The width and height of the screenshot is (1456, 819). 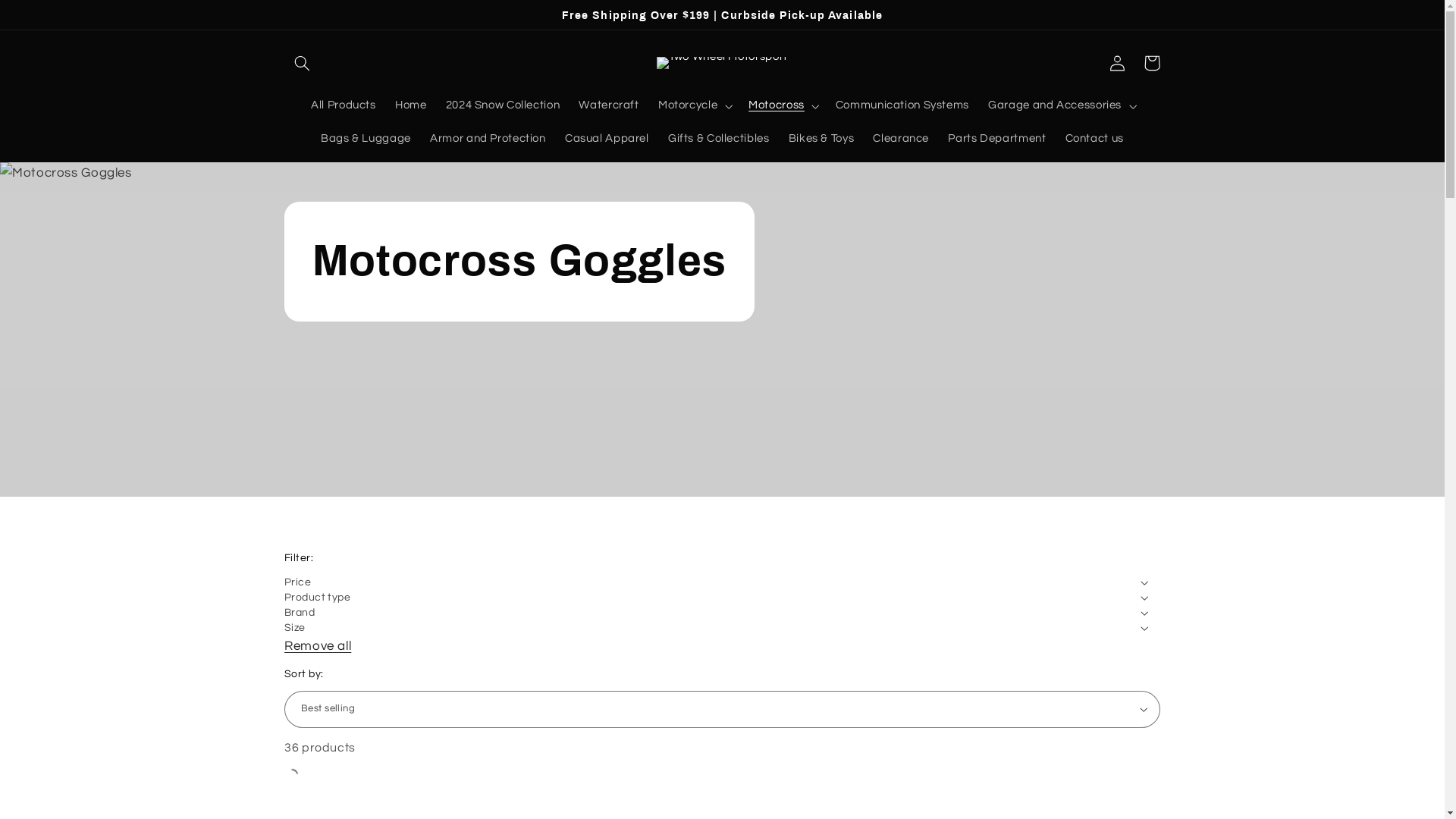 I want to click on 'Bags & Luggage', so click(x=365, y=140).